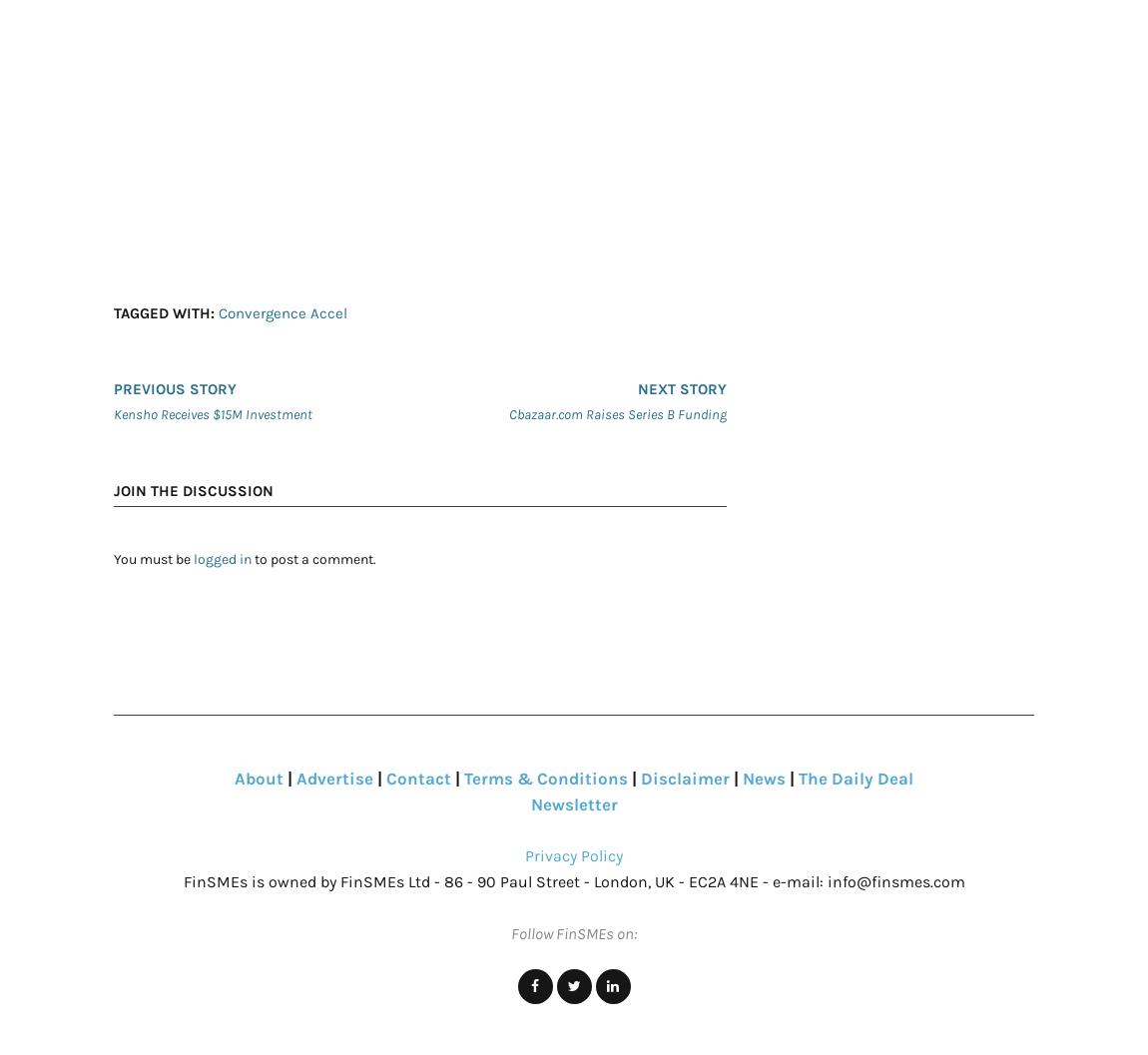  I want to click on 'logged in', so click(221, 558).